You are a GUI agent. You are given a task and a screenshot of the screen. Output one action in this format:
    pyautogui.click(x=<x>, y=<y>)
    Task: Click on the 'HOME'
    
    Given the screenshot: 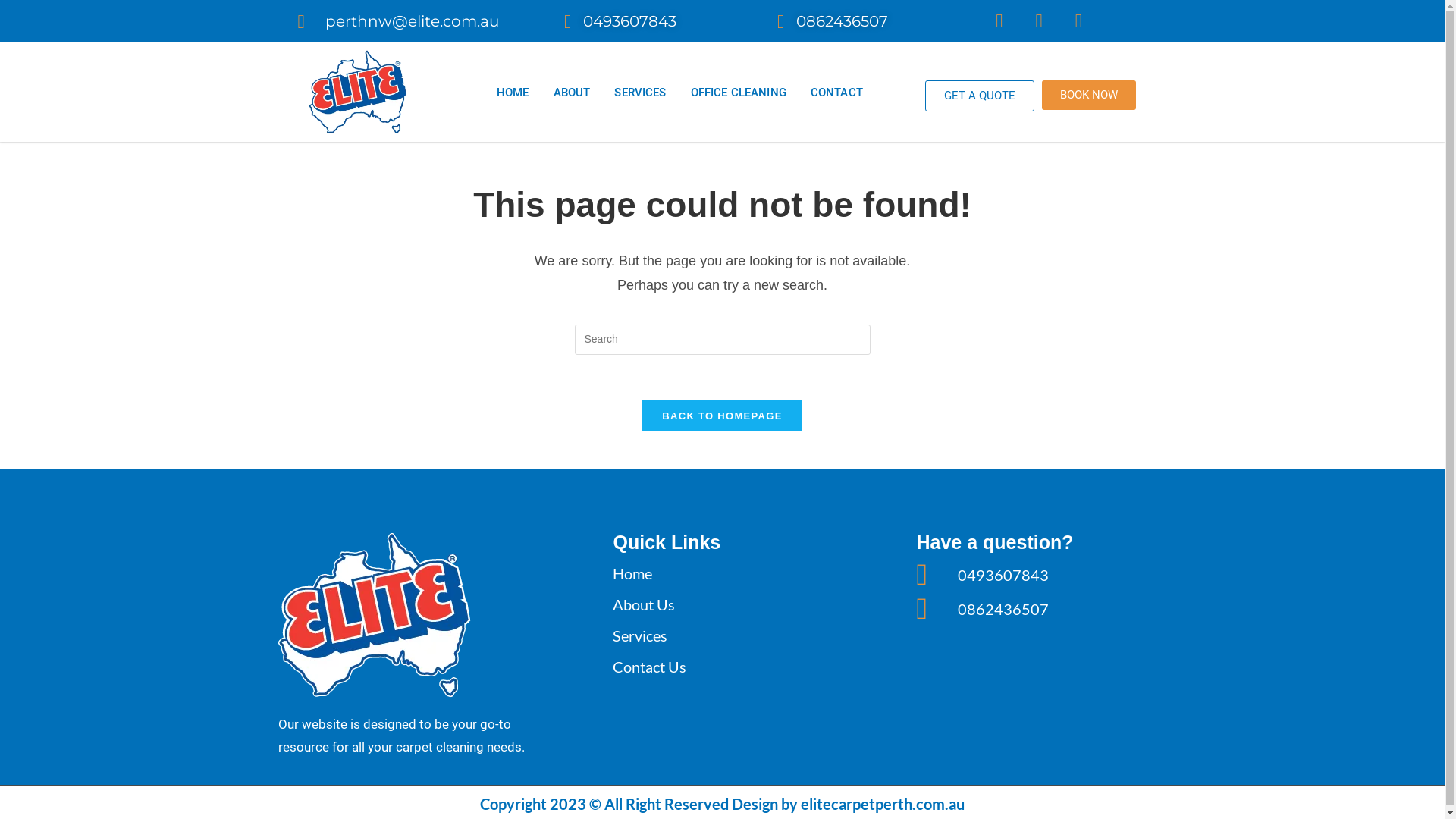 What is the action you would take?
    pyautogui.click(x=513, y=93)
    